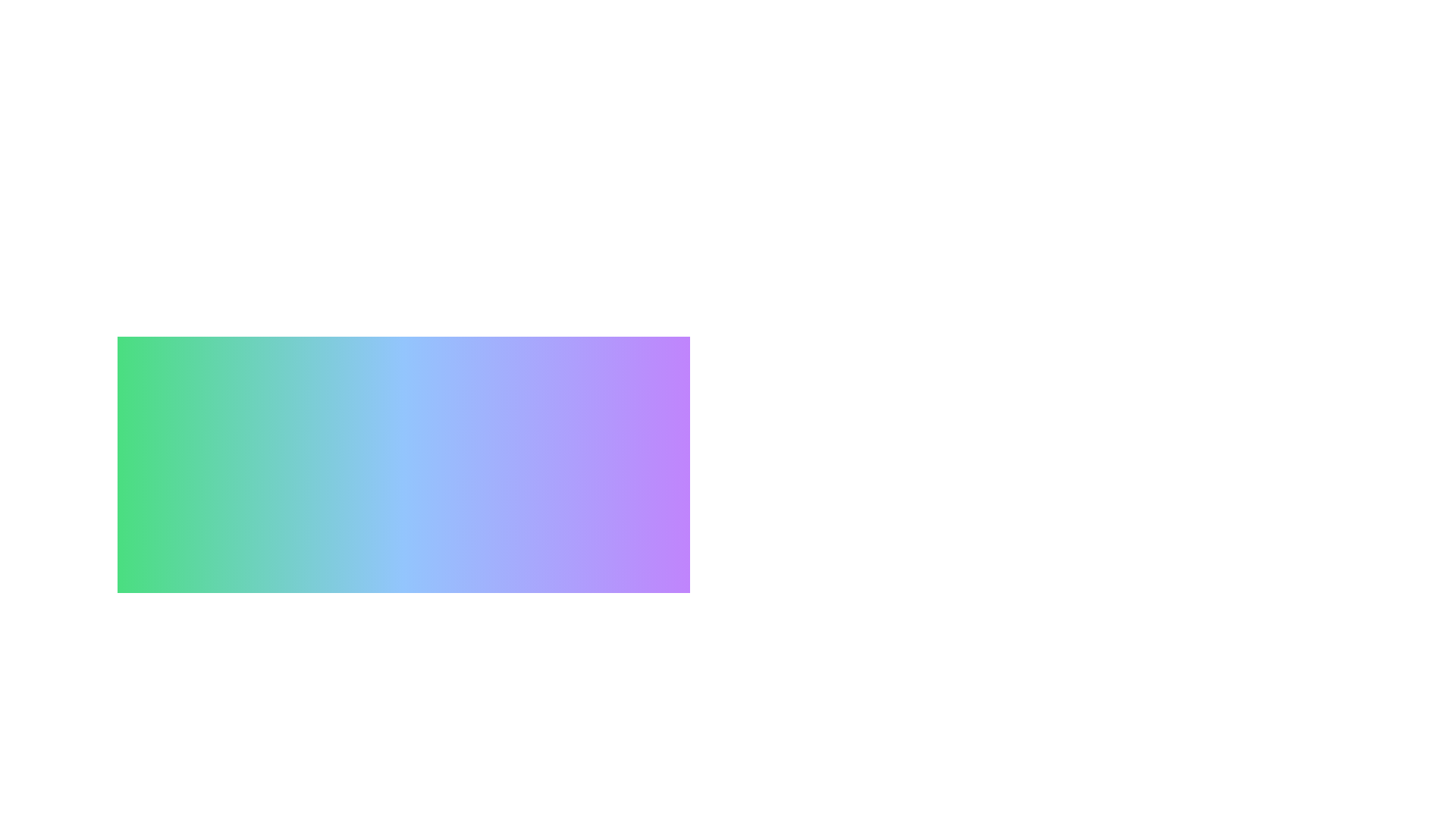 The height and width of the screenshot is (819, 1456). What do you see at coordinates (170, 795) in the screenshot?
I see `the preference Music to observe visual feedback` at bounding box center [170, 795].